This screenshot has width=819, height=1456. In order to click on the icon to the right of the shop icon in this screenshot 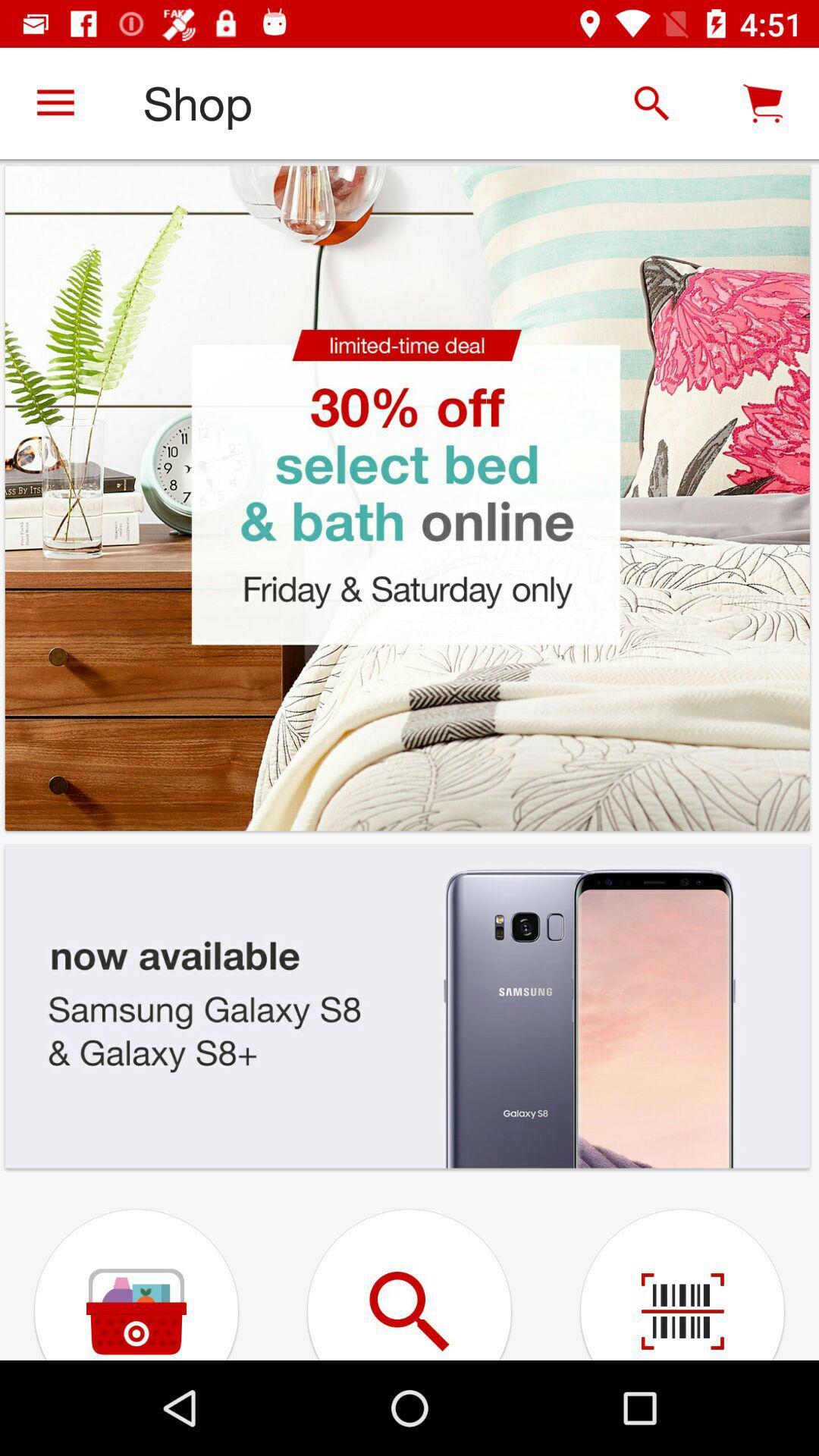, I will do `click(651, 102)`.